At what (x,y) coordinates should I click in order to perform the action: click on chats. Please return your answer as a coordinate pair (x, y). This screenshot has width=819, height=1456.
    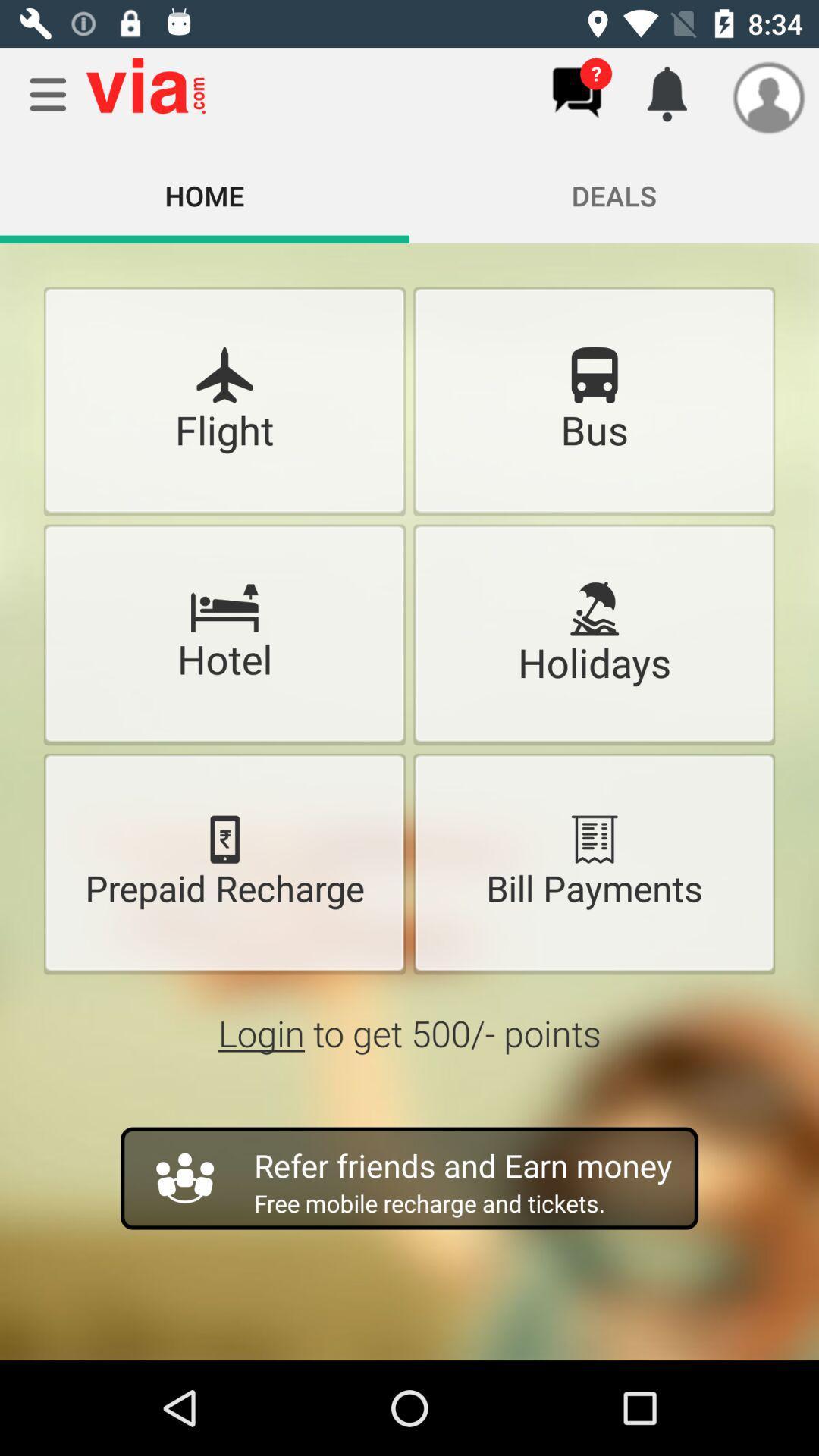
    Looking at the image, I should click on (576, 92).